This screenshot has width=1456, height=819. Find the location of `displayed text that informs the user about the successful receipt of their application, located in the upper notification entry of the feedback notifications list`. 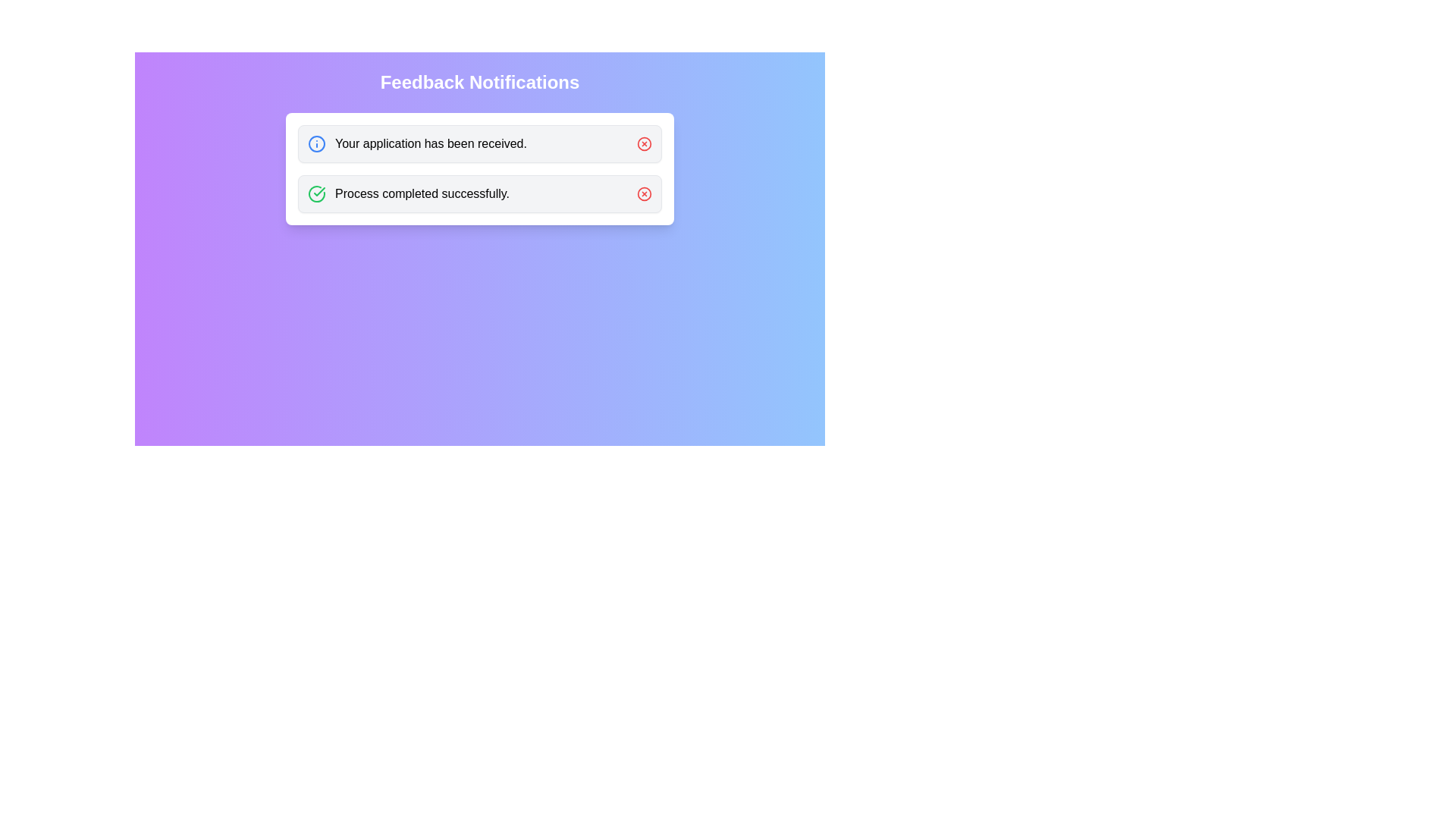

displayed text that informs the user about the successful receipt of their application, located in the upper notification entry of the feedback notifications list is located at coordinates (430, 143).